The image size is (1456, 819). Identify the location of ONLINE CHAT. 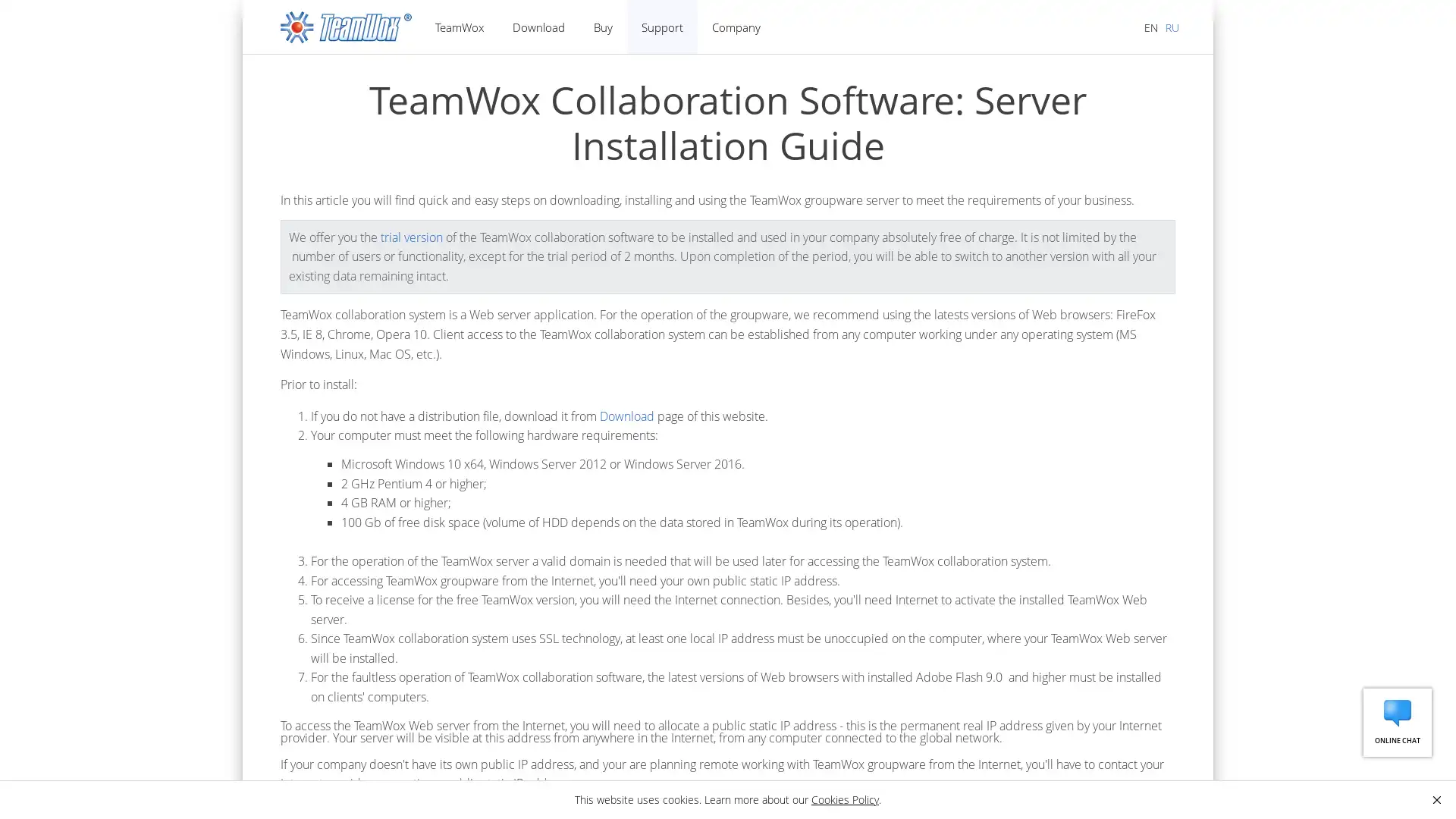
(1397, 721).